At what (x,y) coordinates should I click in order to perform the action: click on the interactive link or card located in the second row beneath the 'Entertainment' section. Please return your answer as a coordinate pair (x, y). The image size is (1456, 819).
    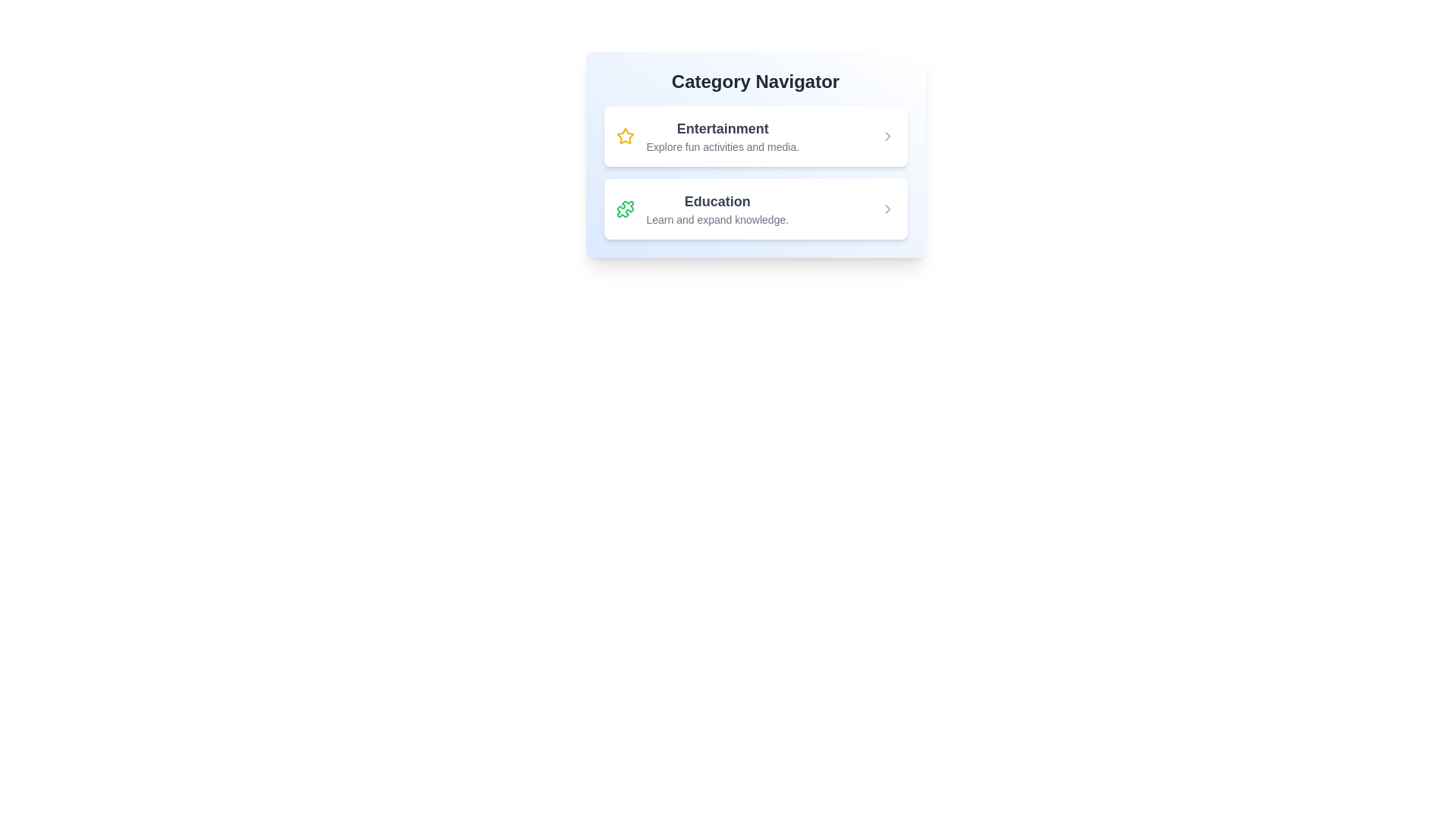
    Looking at the image, I should click on (701, 209).